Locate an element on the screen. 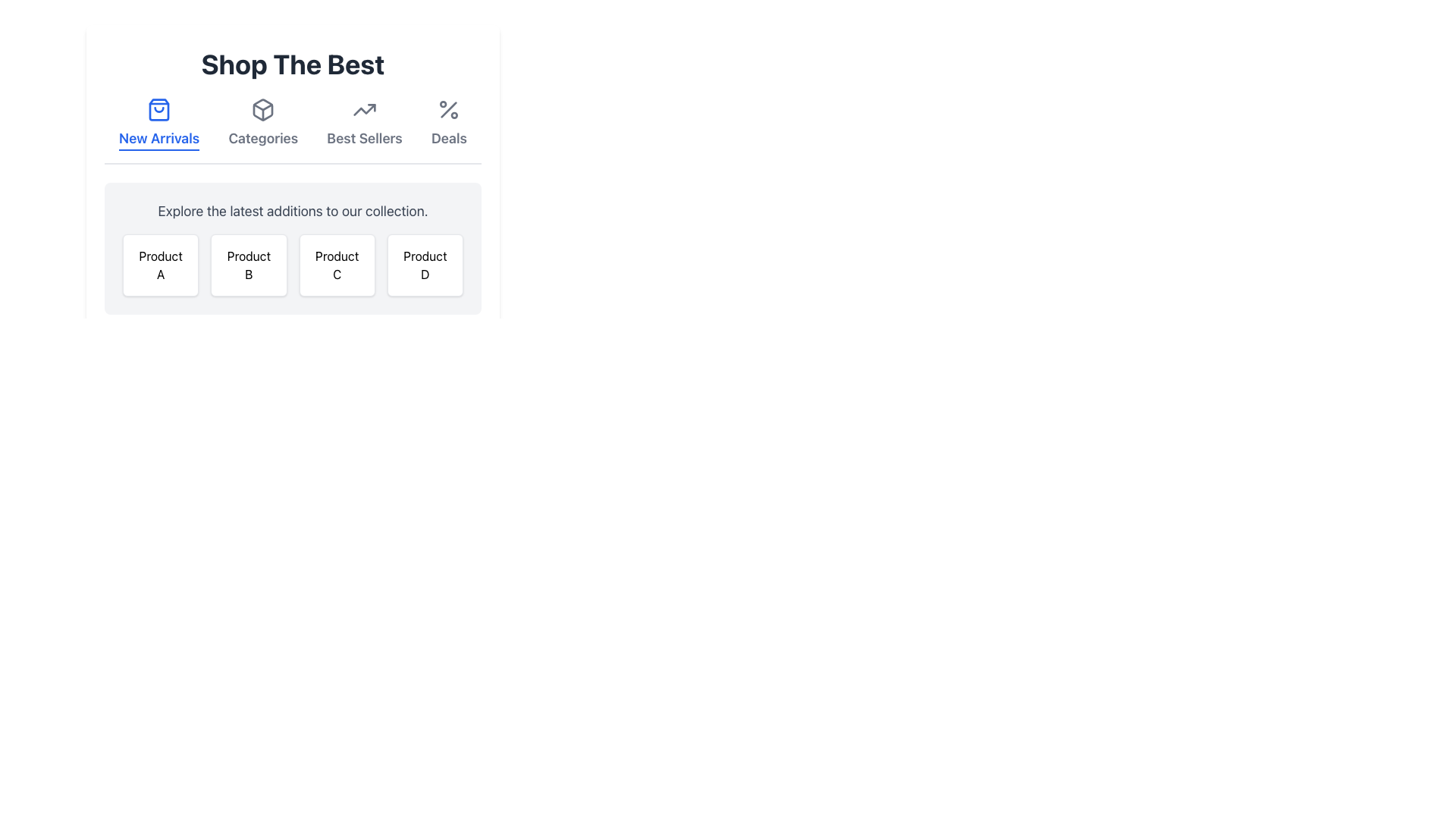 This screenshot has width=1456, height=819. the static text label that introduces the product cards, located in a gray-background box above the grid layout of Product A, B, C, and D is located at coordinates (293, 211).